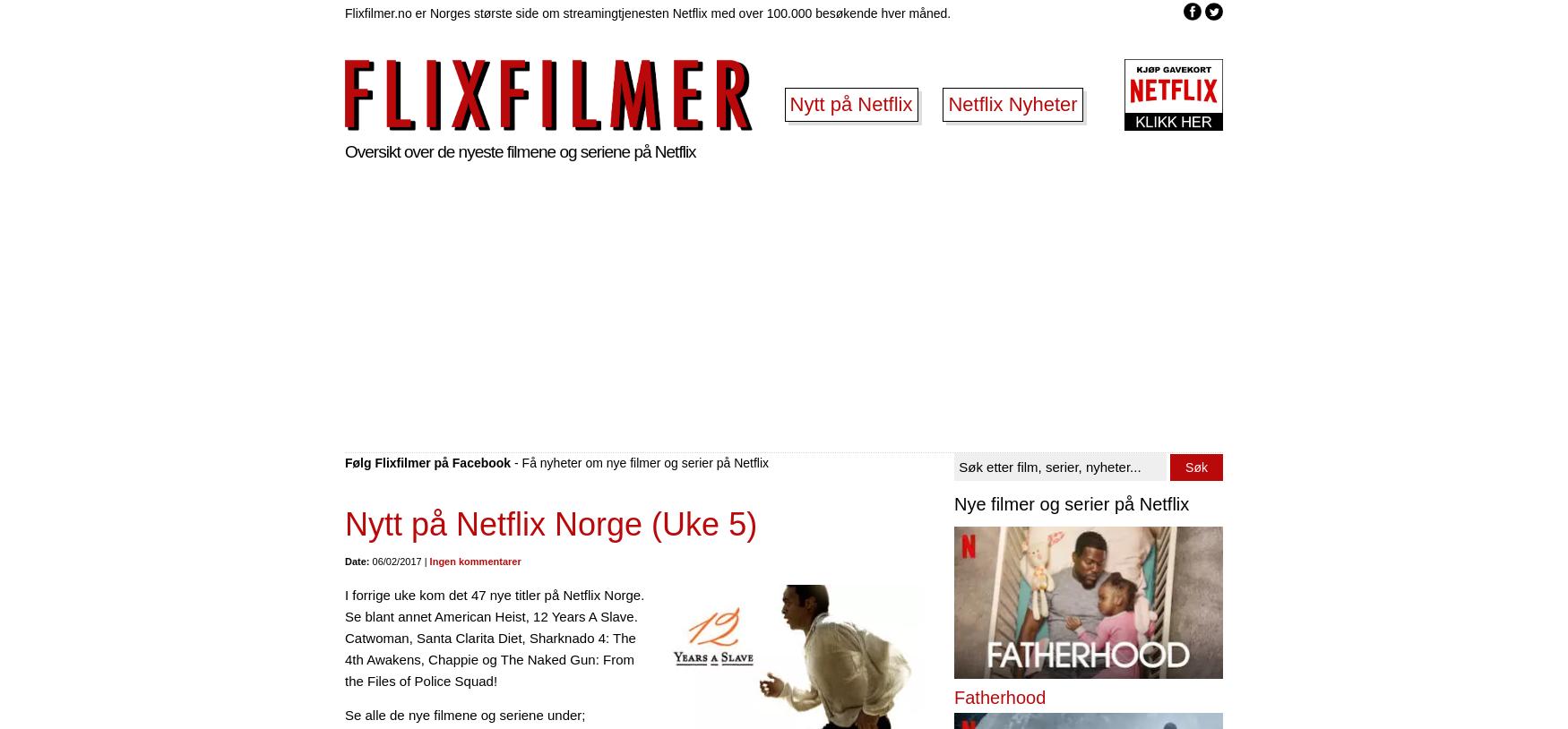 The width and height of the screenshot is (1568, 729). Describe the element at coordinates (427, 461) in the screenshot. I see `'Følg Flixfilmer på Facebook'` at that location.